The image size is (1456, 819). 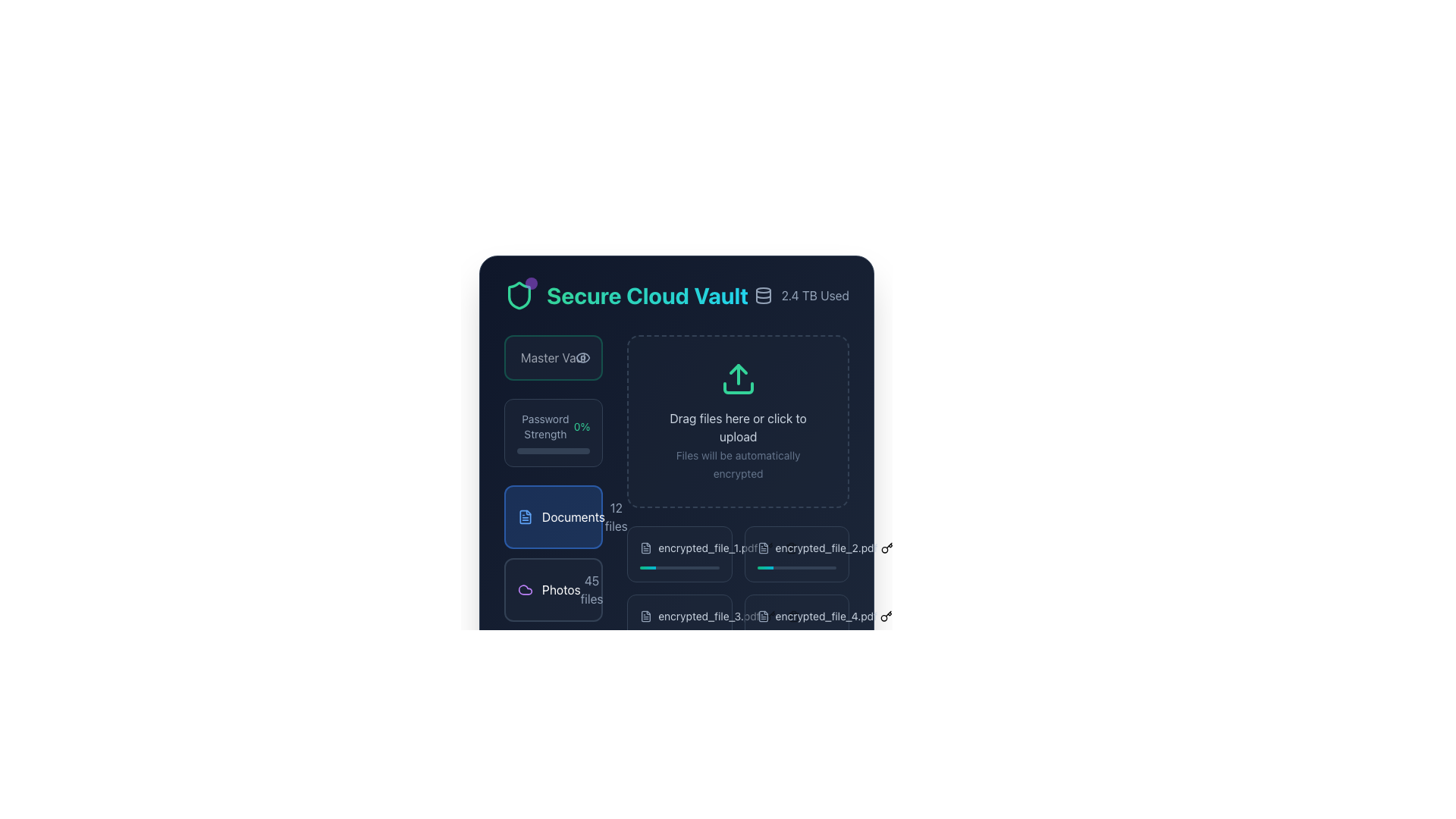 I want to click on the key icon located in the bottom-right corner of the interface, adjacent to the file named 'encrypted_file_4.pdf', so click(x=886, y=617).